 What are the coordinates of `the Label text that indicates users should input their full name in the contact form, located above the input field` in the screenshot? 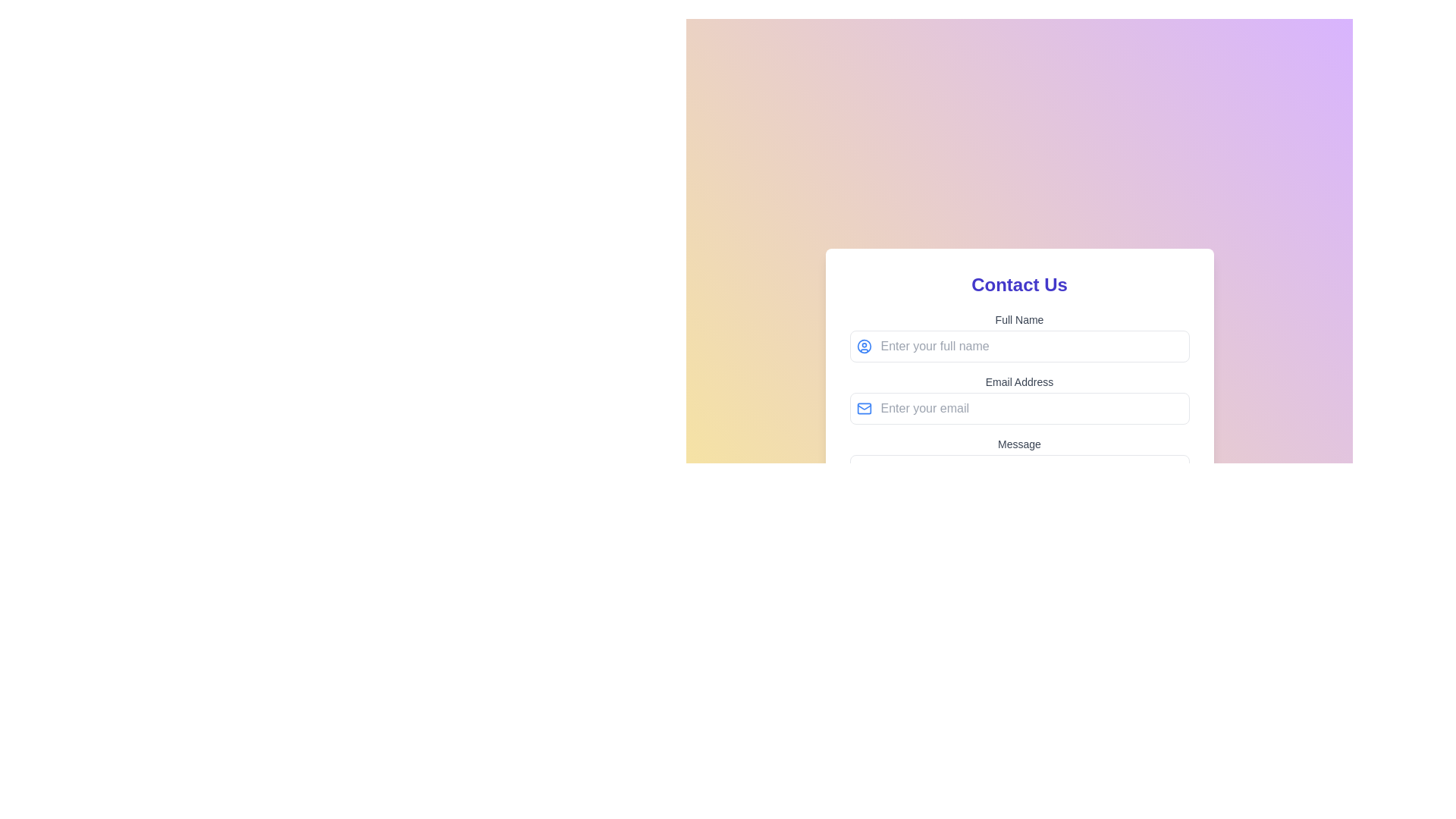 It's located at (1019, 318).